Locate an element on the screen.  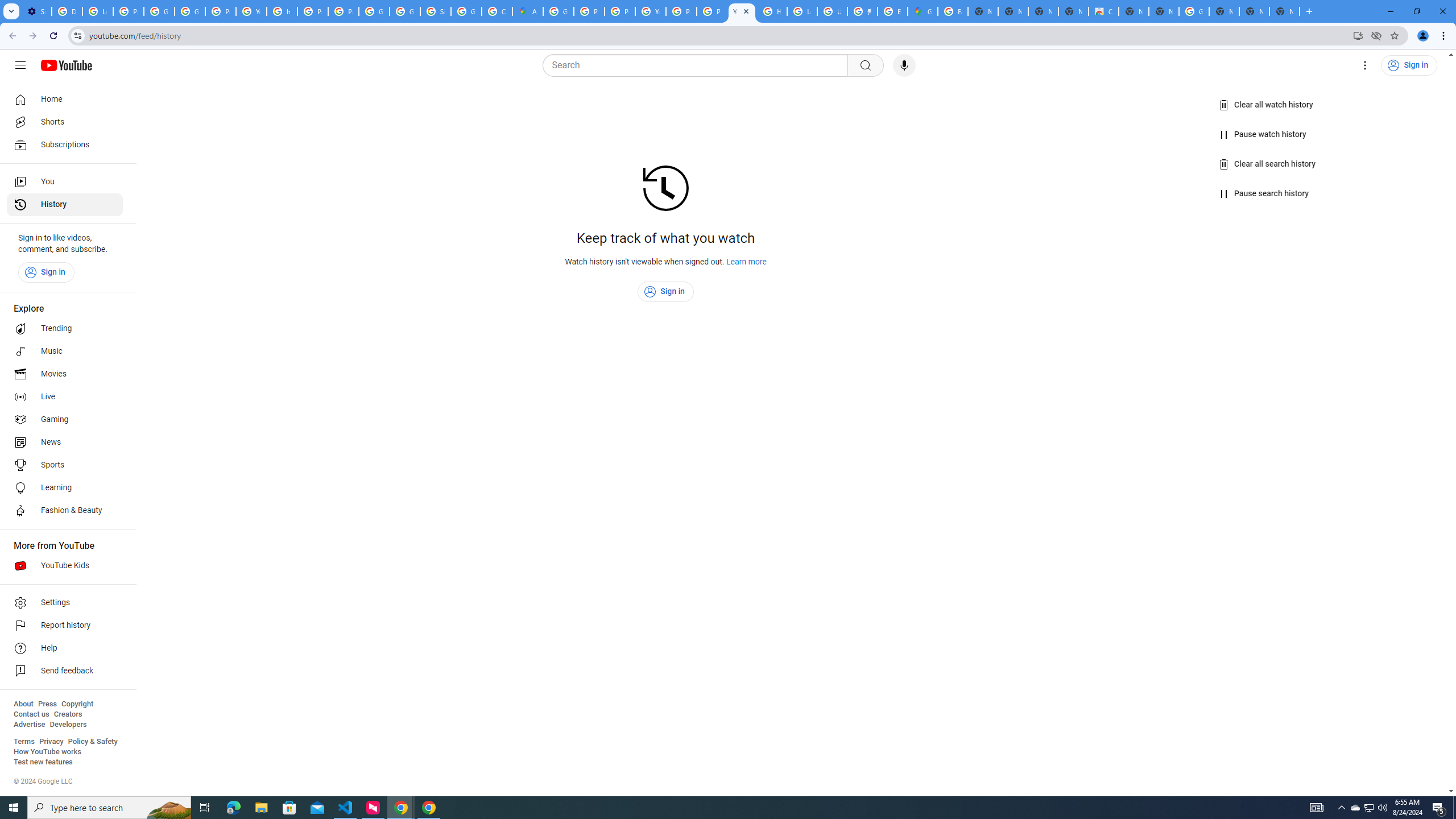
'Copyright' is located at coordinates (76, 704).